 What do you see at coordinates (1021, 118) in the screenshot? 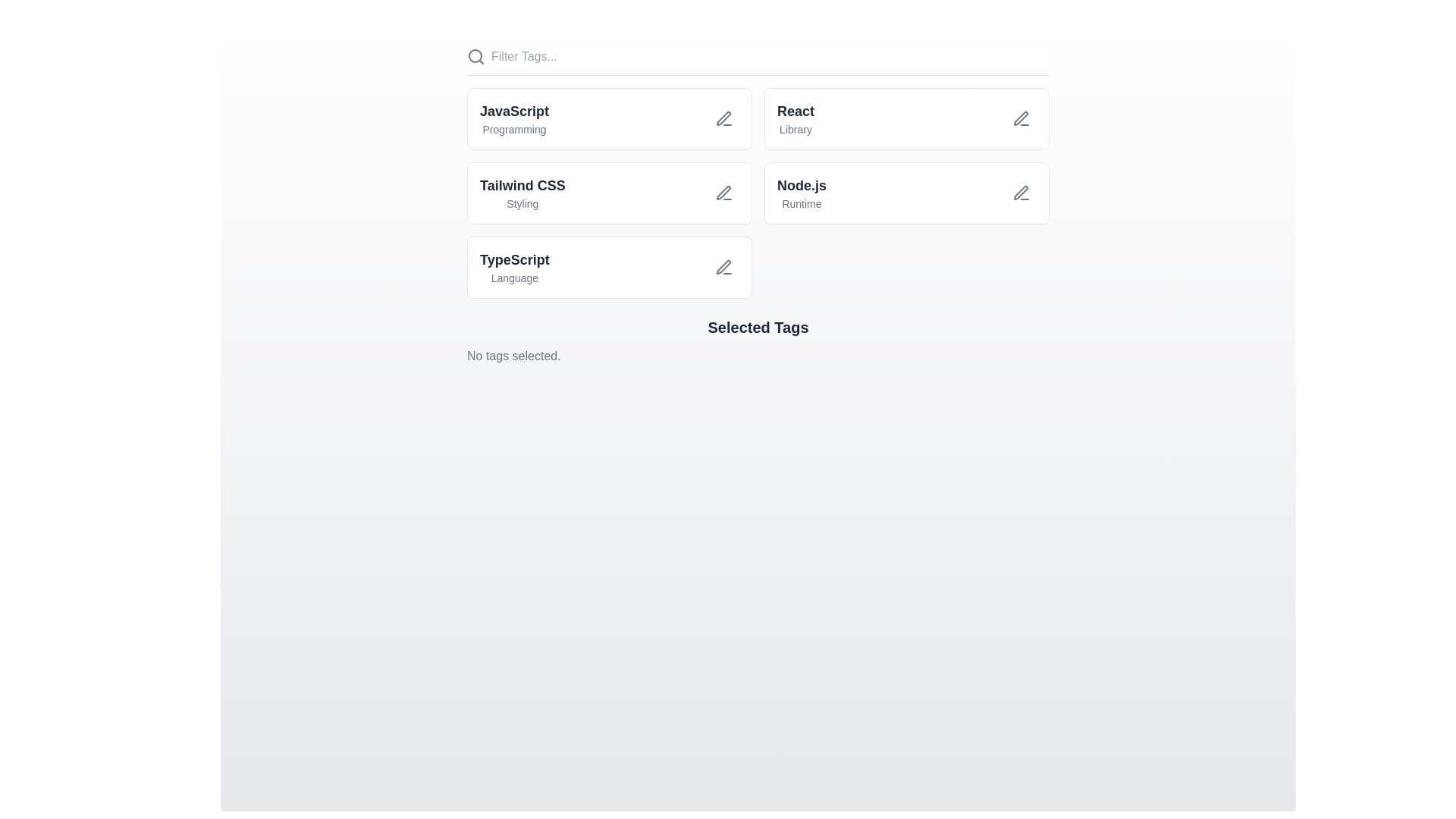
I see `the pen icon element located to the right of the React tag in the 'Selected Tags' section` at bounding box center [1021, 118].